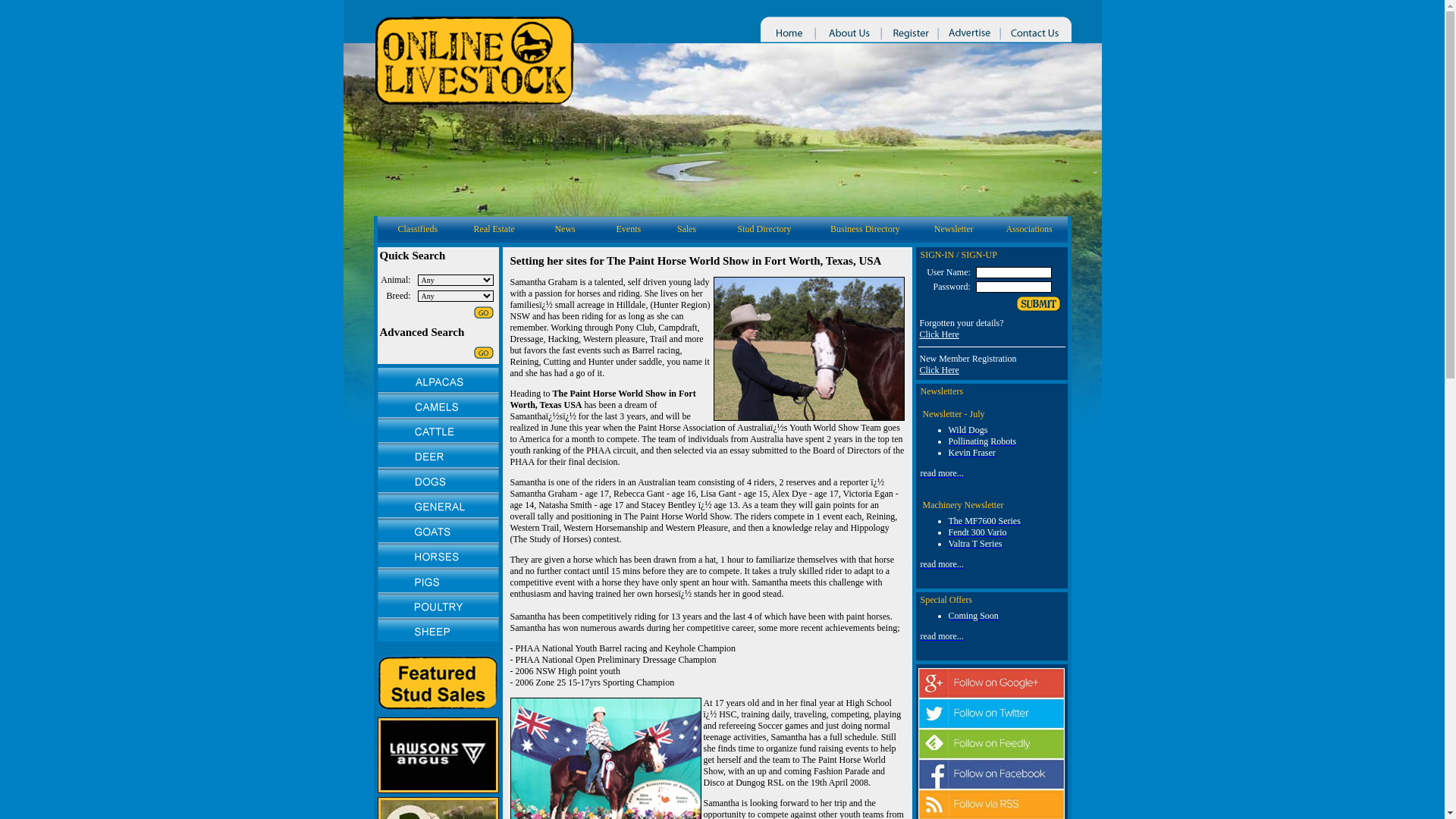  What do you see at coordinates (764, 228) in the screenshot?
I see `'Stud Directory'` at bounding box center [764, 228].